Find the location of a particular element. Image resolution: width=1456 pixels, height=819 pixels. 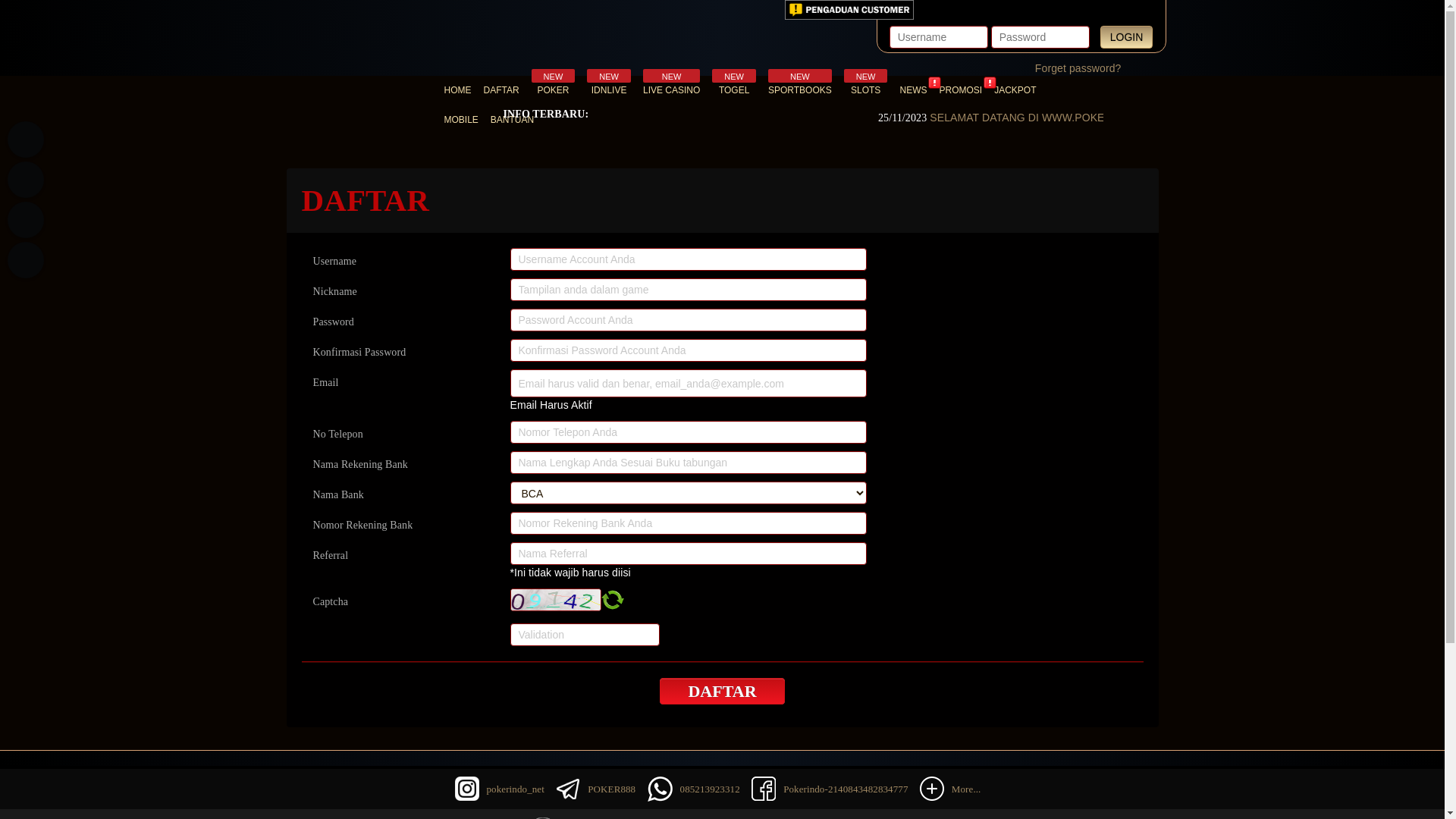

'Refresh Captcha' is located at coordinates (611, 598).